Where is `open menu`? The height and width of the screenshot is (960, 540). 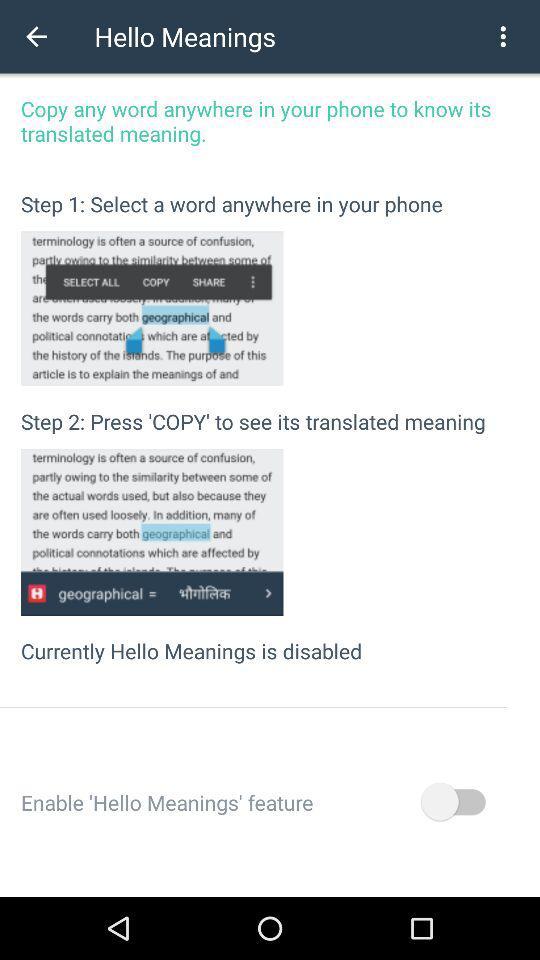
open menu is located at coordinates (502, 35).